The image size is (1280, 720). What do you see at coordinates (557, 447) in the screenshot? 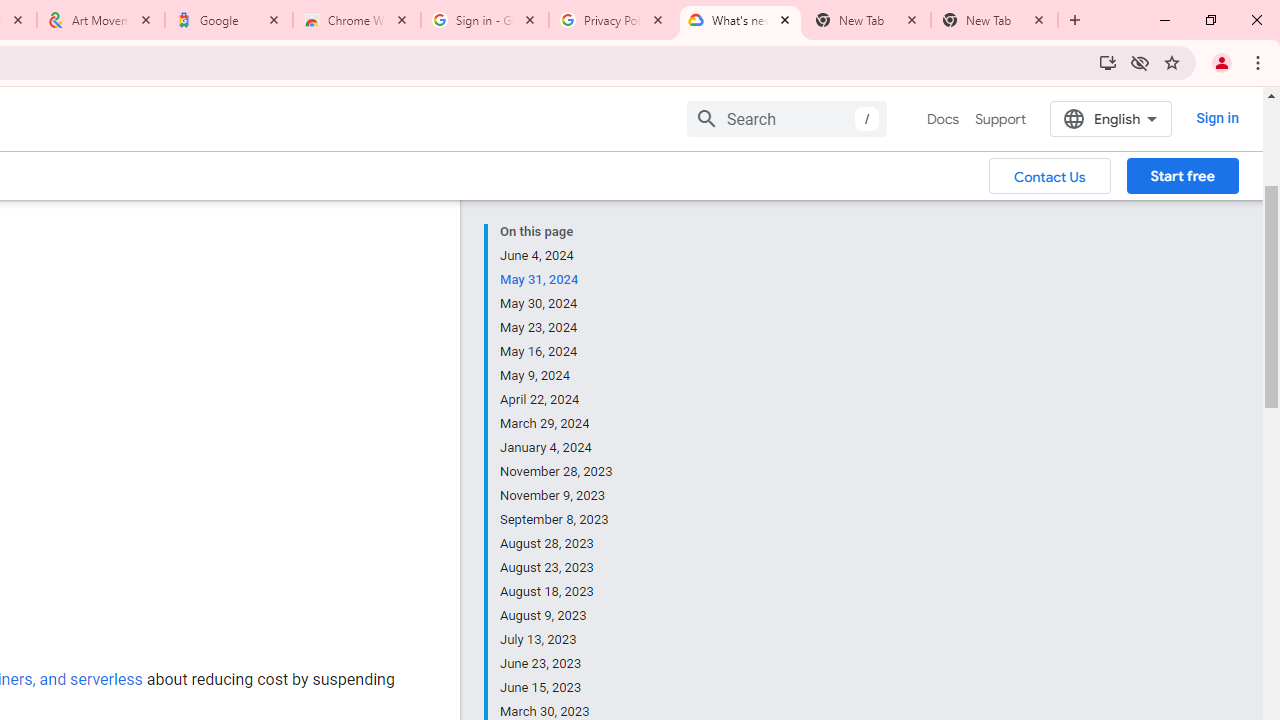
I see `'January 4, 2024'` at bounding box center [557, 447].